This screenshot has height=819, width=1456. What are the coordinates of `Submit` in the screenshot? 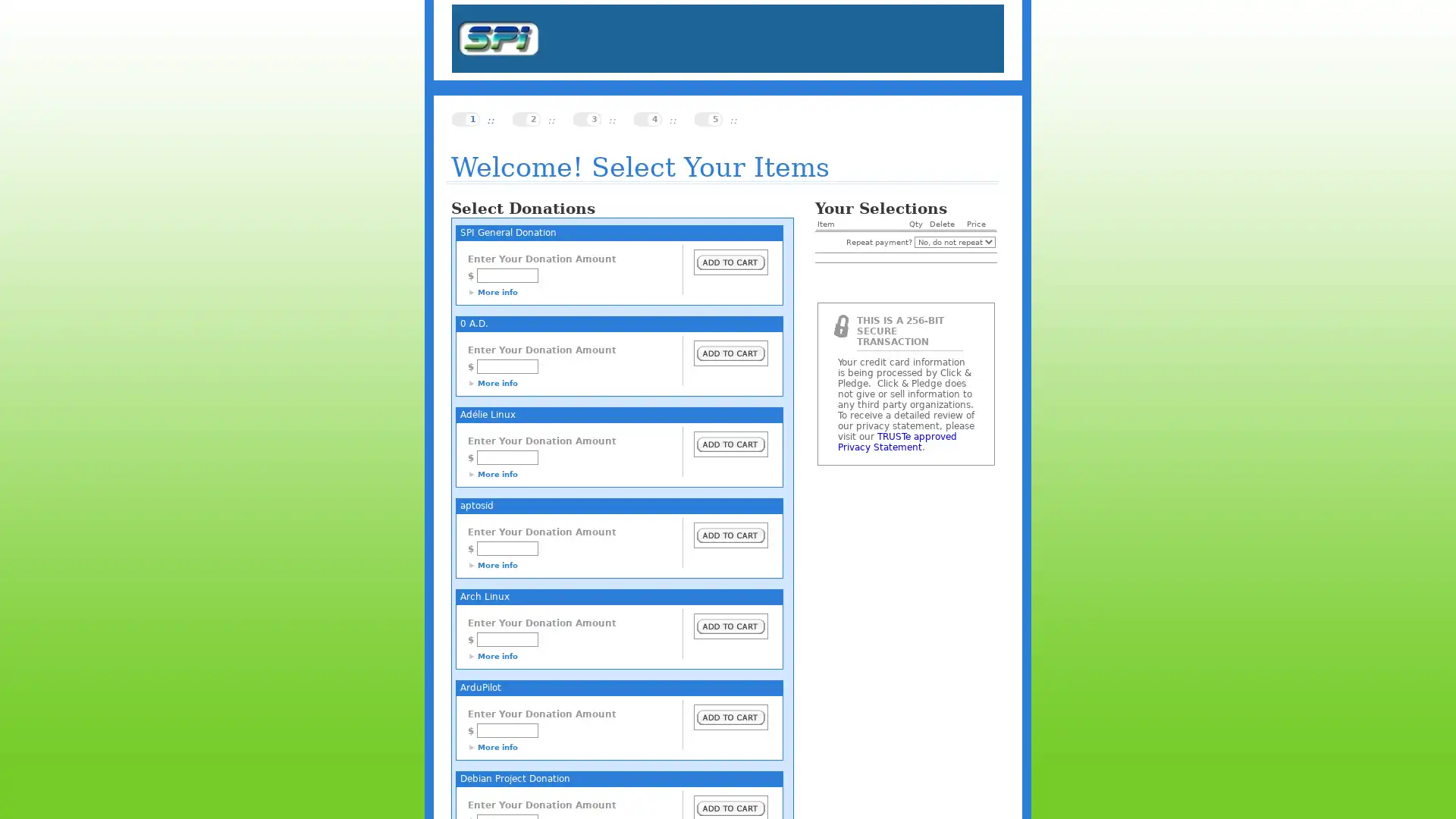 It's located at (731, 717).